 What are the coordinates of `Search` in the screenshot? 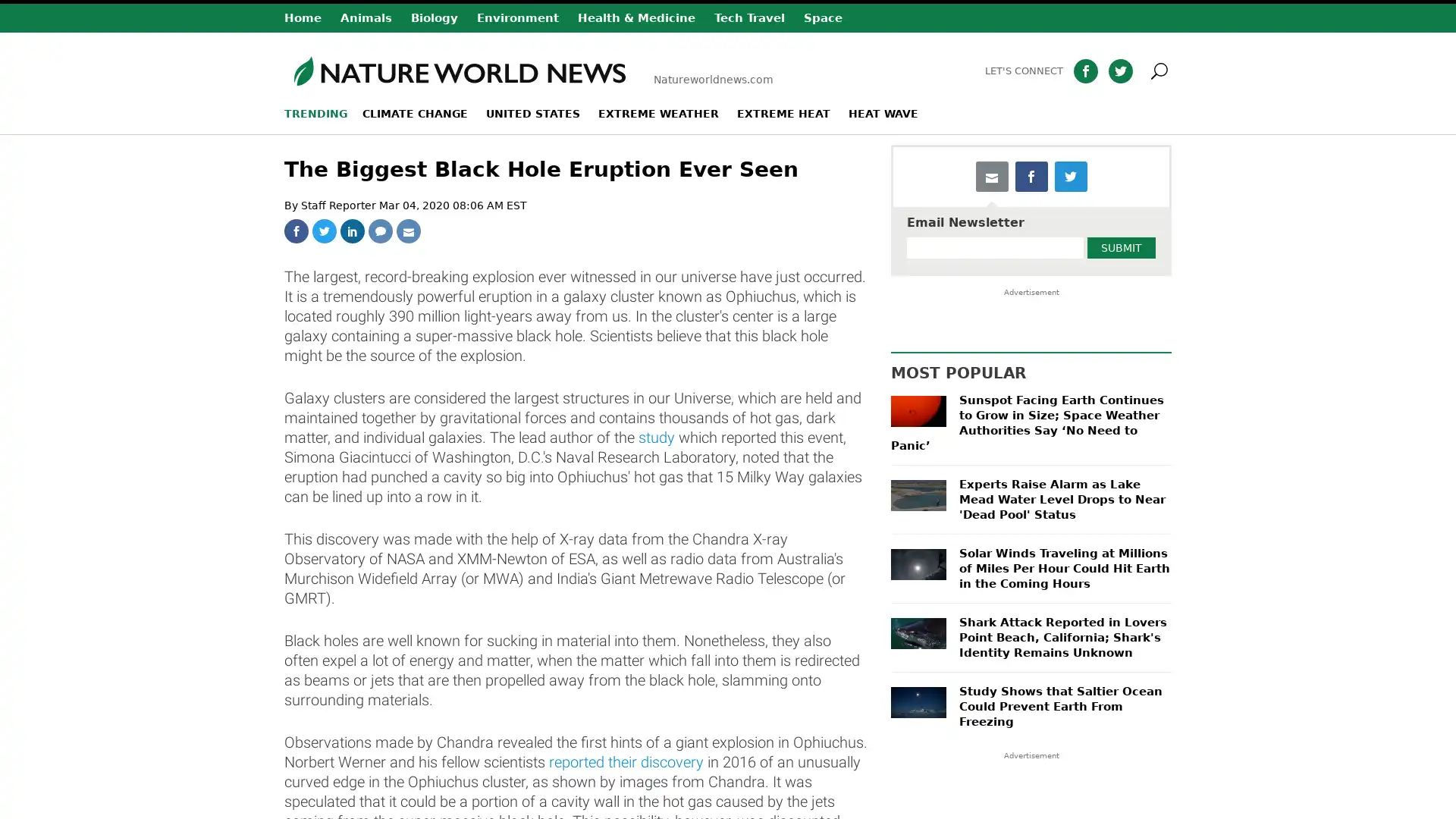 It's located at (1181, 70).